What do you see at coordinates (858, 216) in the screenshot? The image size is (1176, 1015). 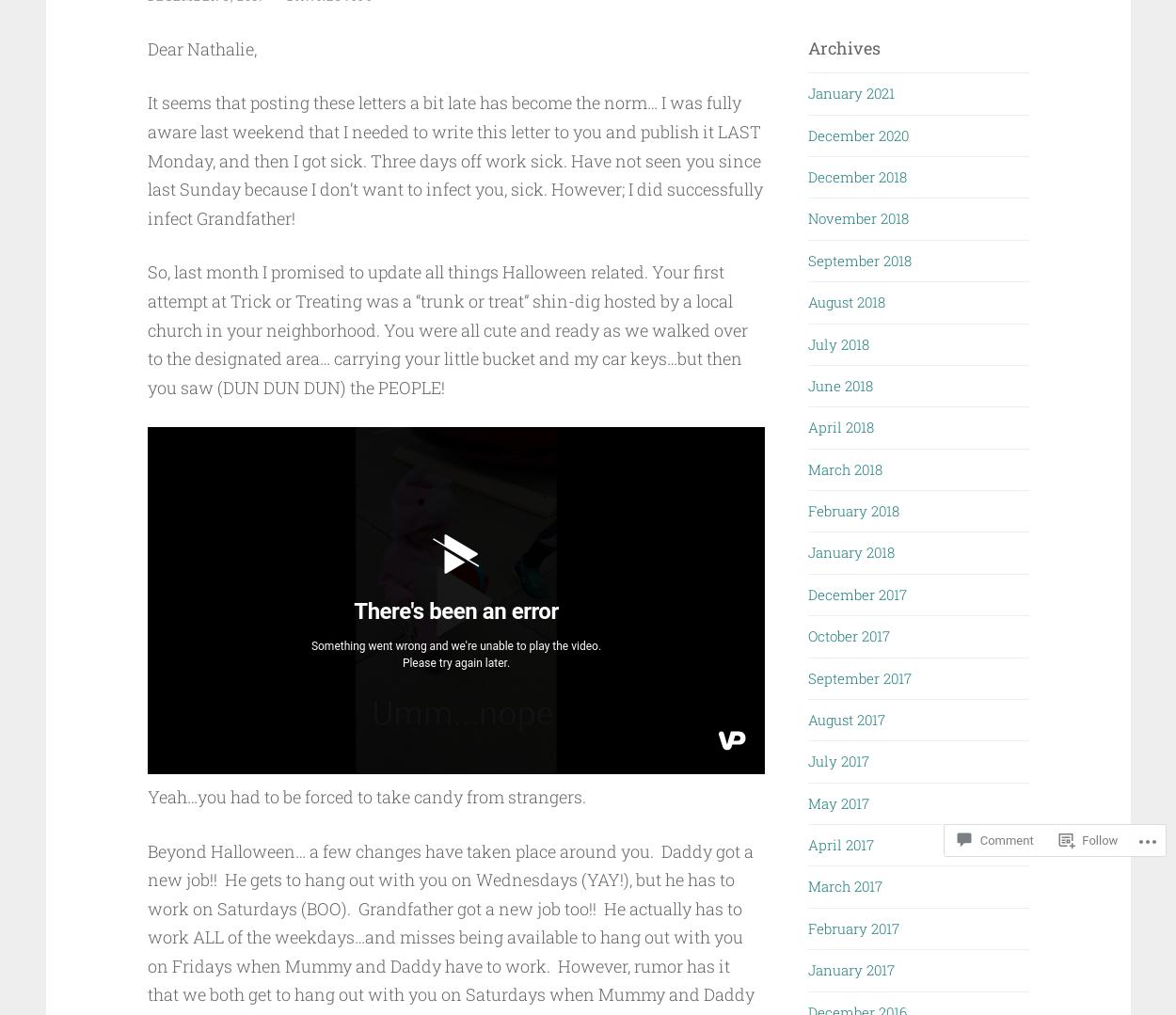 I see `'November 2018'` at bounding box center [858, 216].